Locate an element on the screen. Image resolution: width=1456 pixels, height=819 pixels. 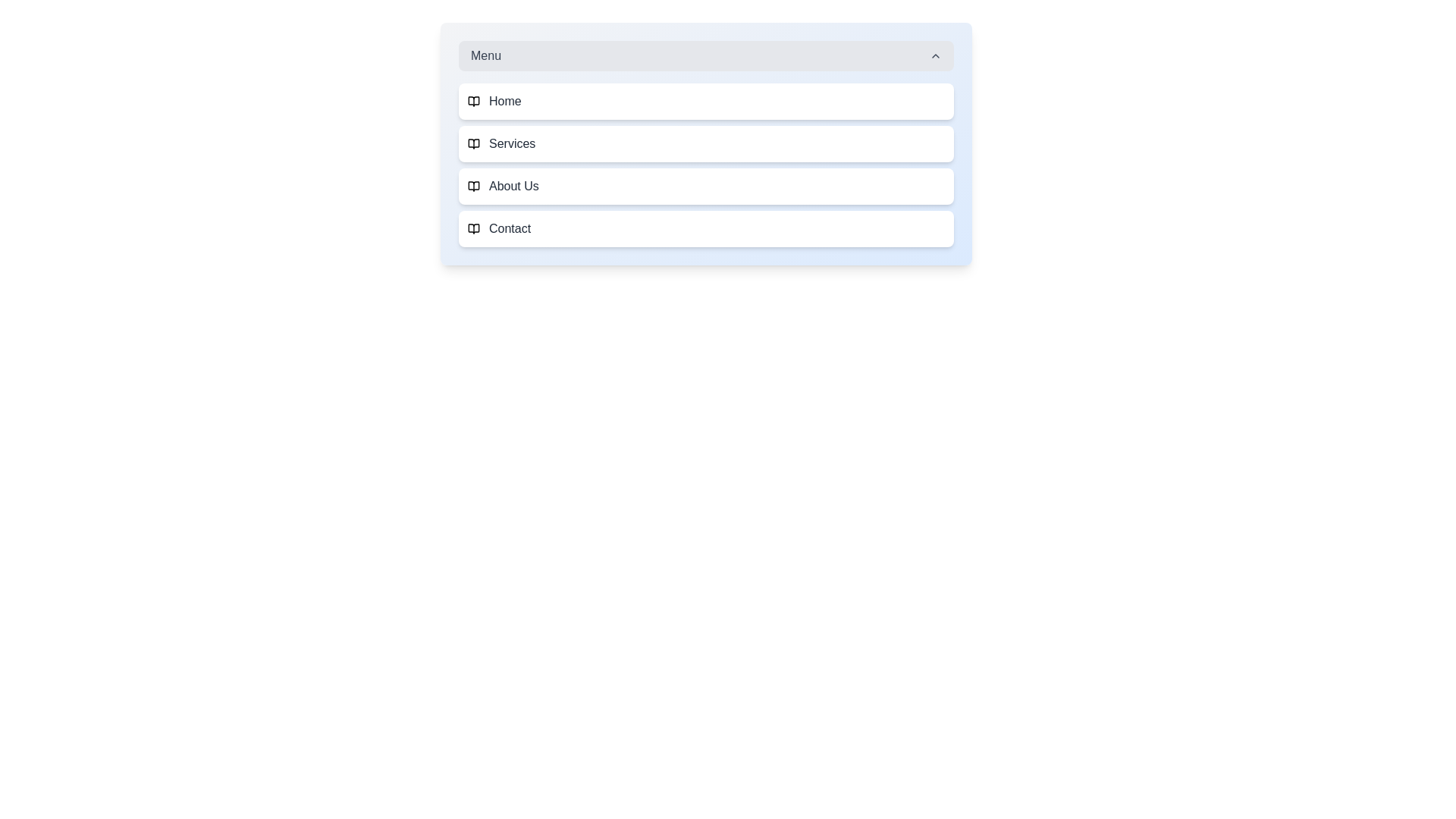
the last menu item link in the vertical list is located at coordinates (705, 228).